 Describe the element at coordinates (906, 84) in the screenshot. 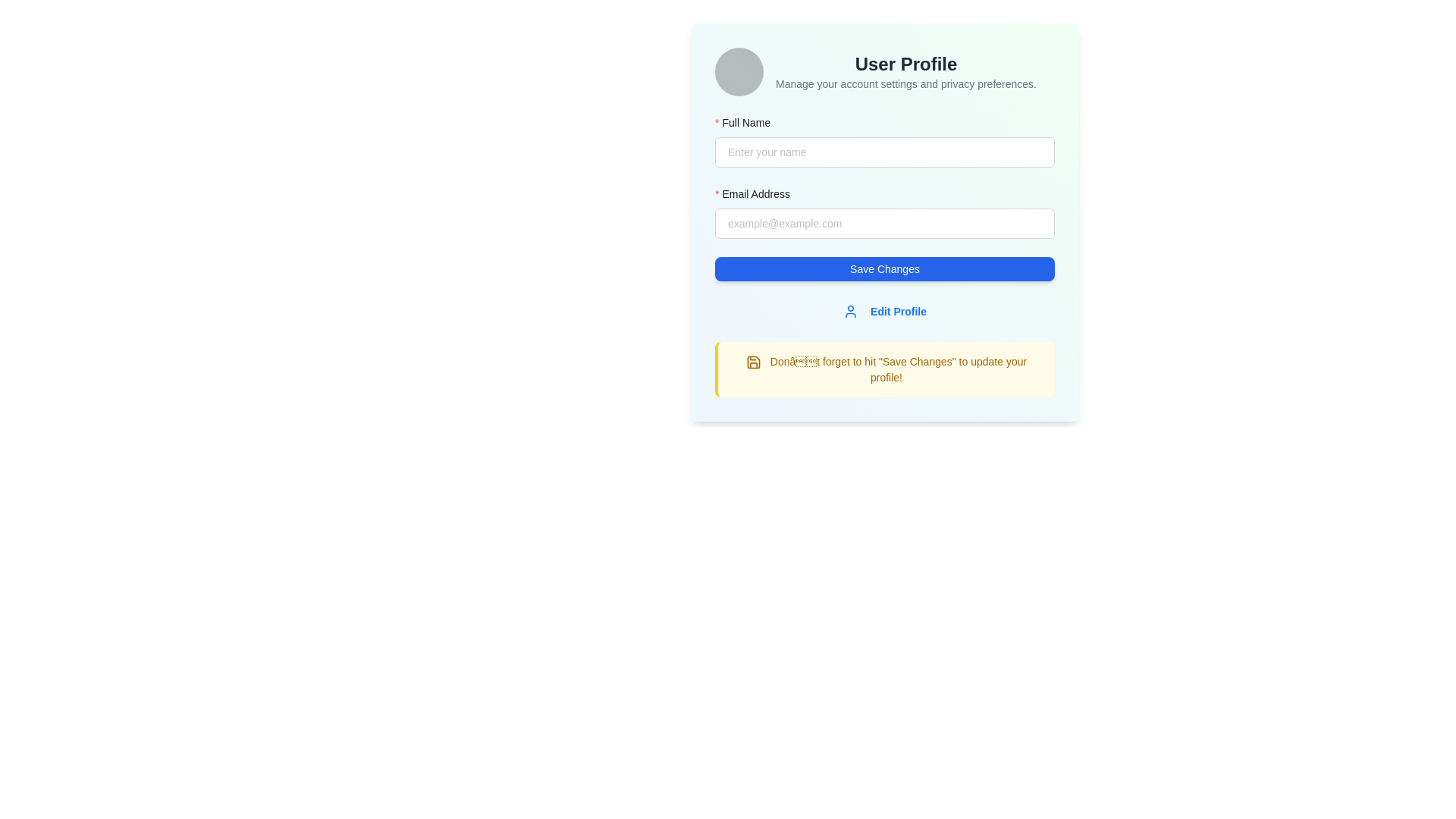

I see `the static text that reads 'Manage your account settings and privacy preferences.' located below the 'User Profile' heading in the user profile settings interface` at that location.